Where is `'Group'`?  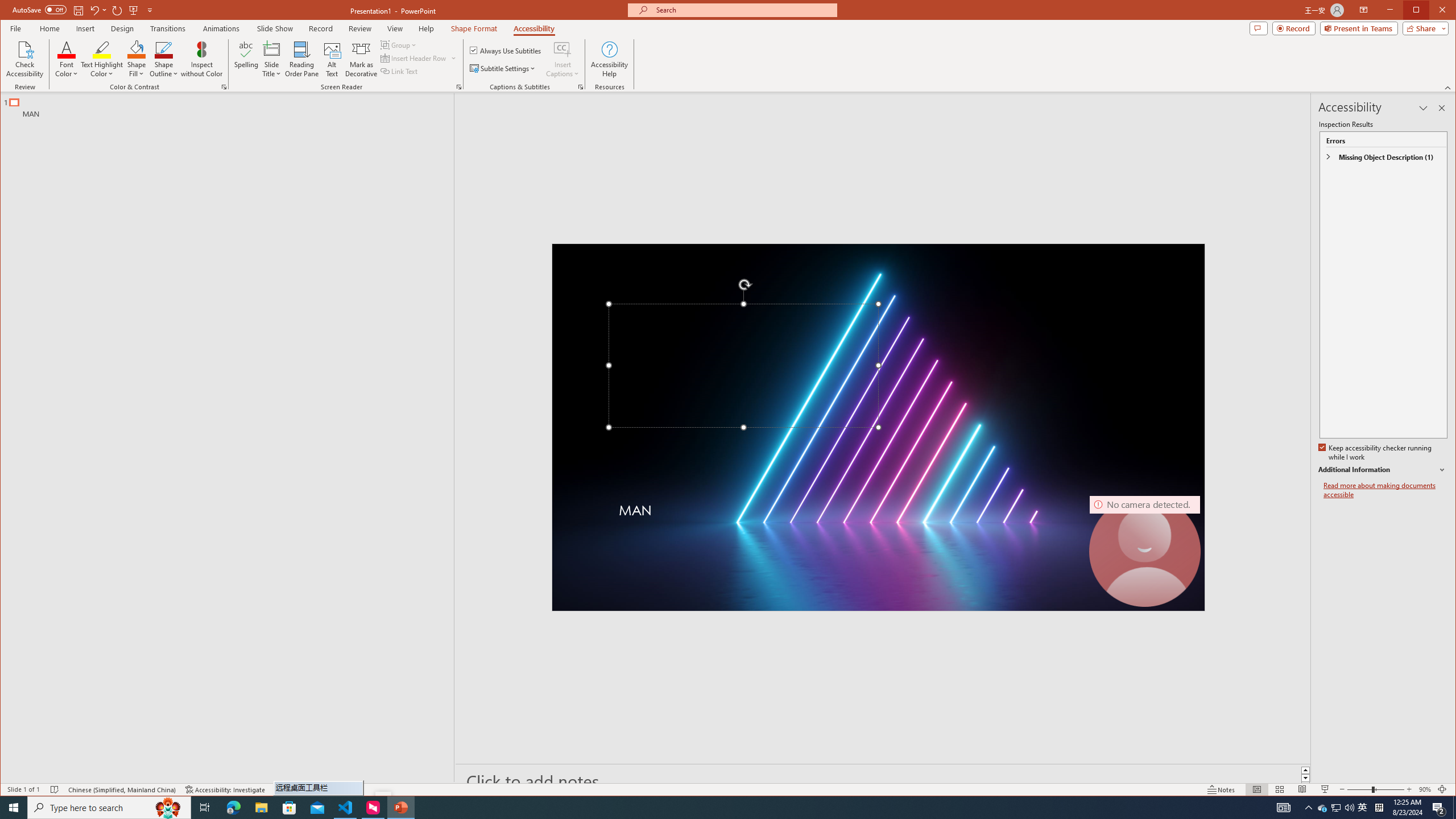 'Group' is located at coordinates (399, 44).